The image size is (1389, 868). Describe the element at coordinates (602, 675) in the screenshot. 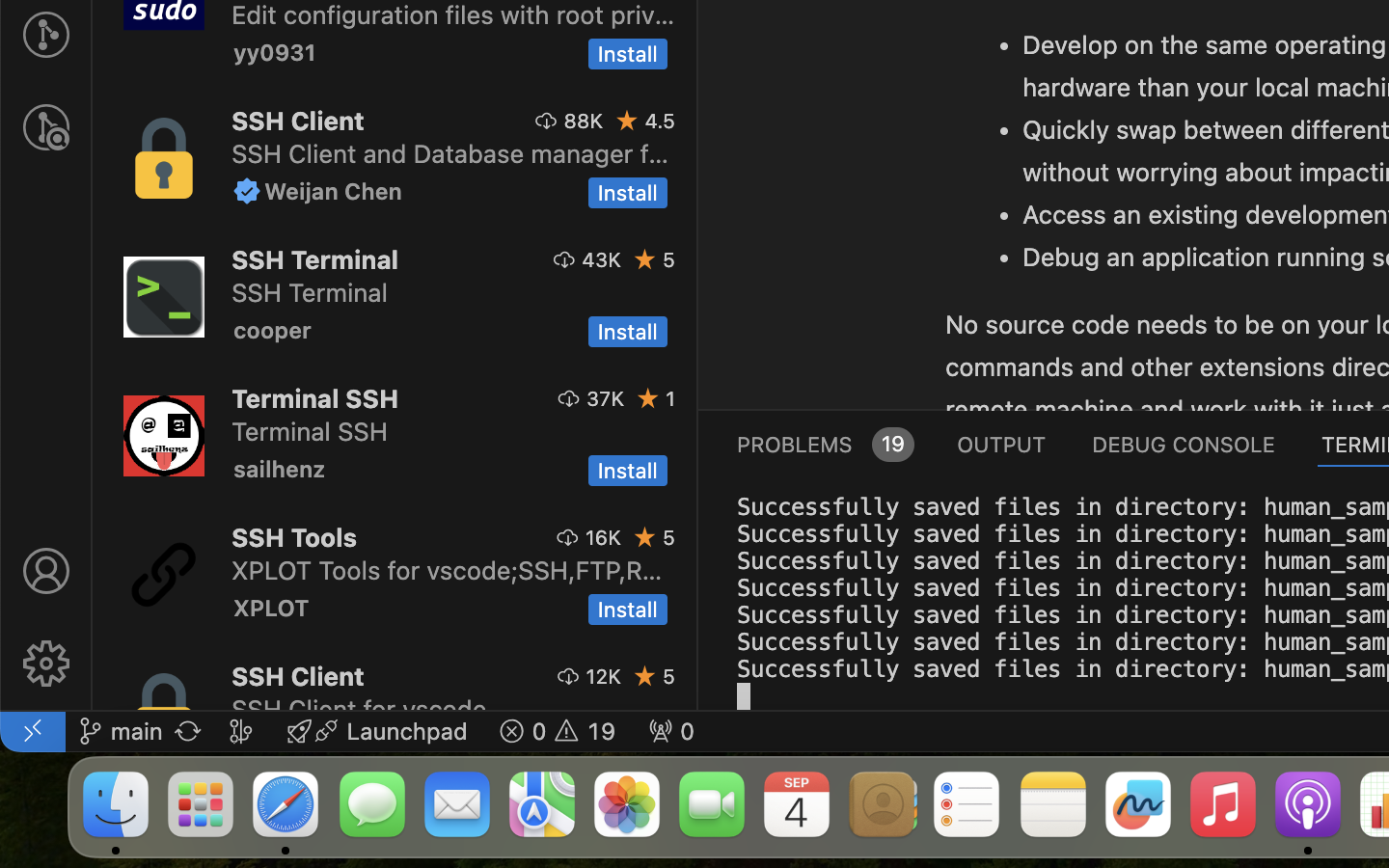

I see `'12K'` at that location.